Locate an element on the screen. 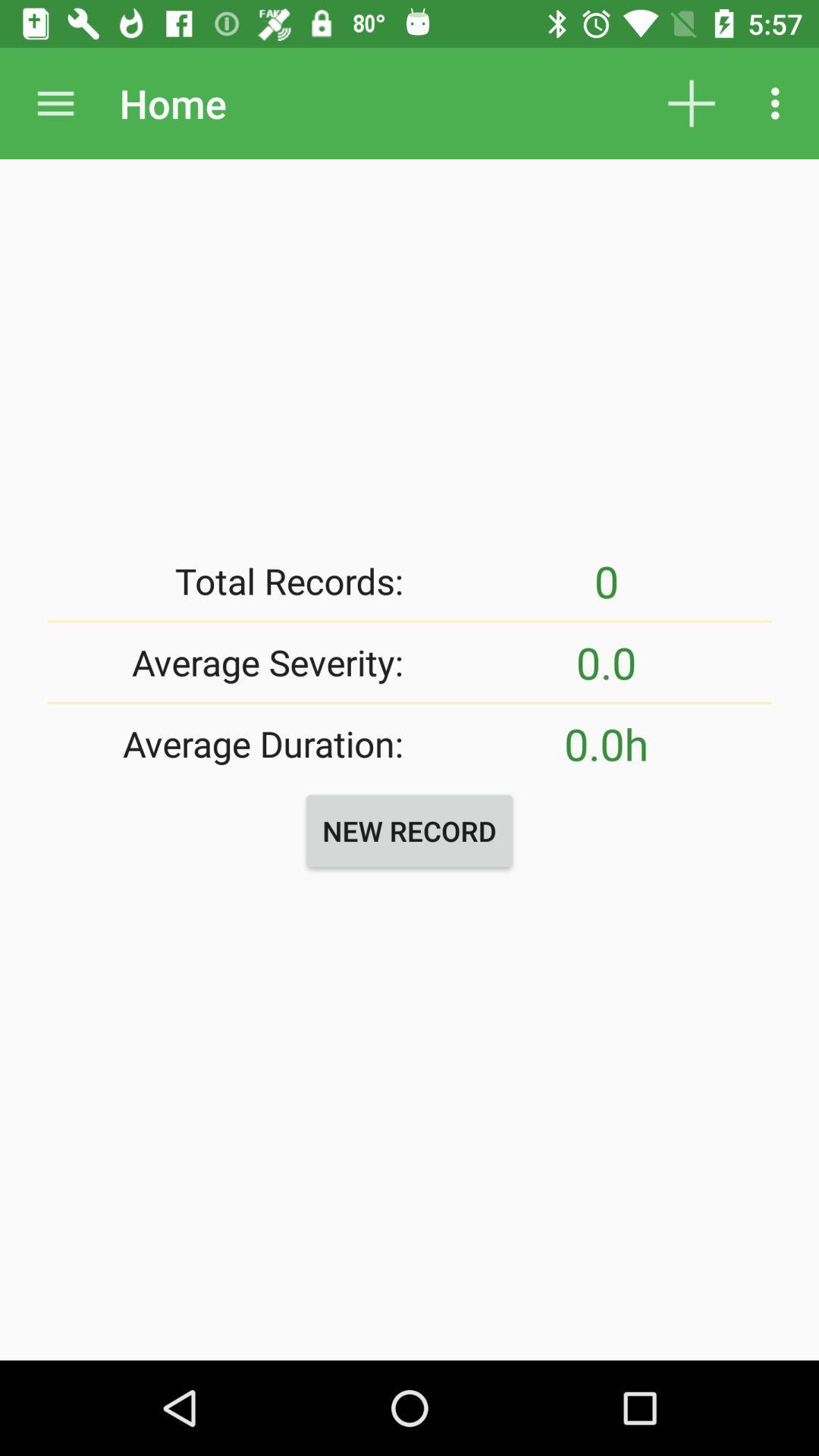 Image resolution: width=819 pixels, height=1456 pixels. option bar is located at coordinates (55, 102).